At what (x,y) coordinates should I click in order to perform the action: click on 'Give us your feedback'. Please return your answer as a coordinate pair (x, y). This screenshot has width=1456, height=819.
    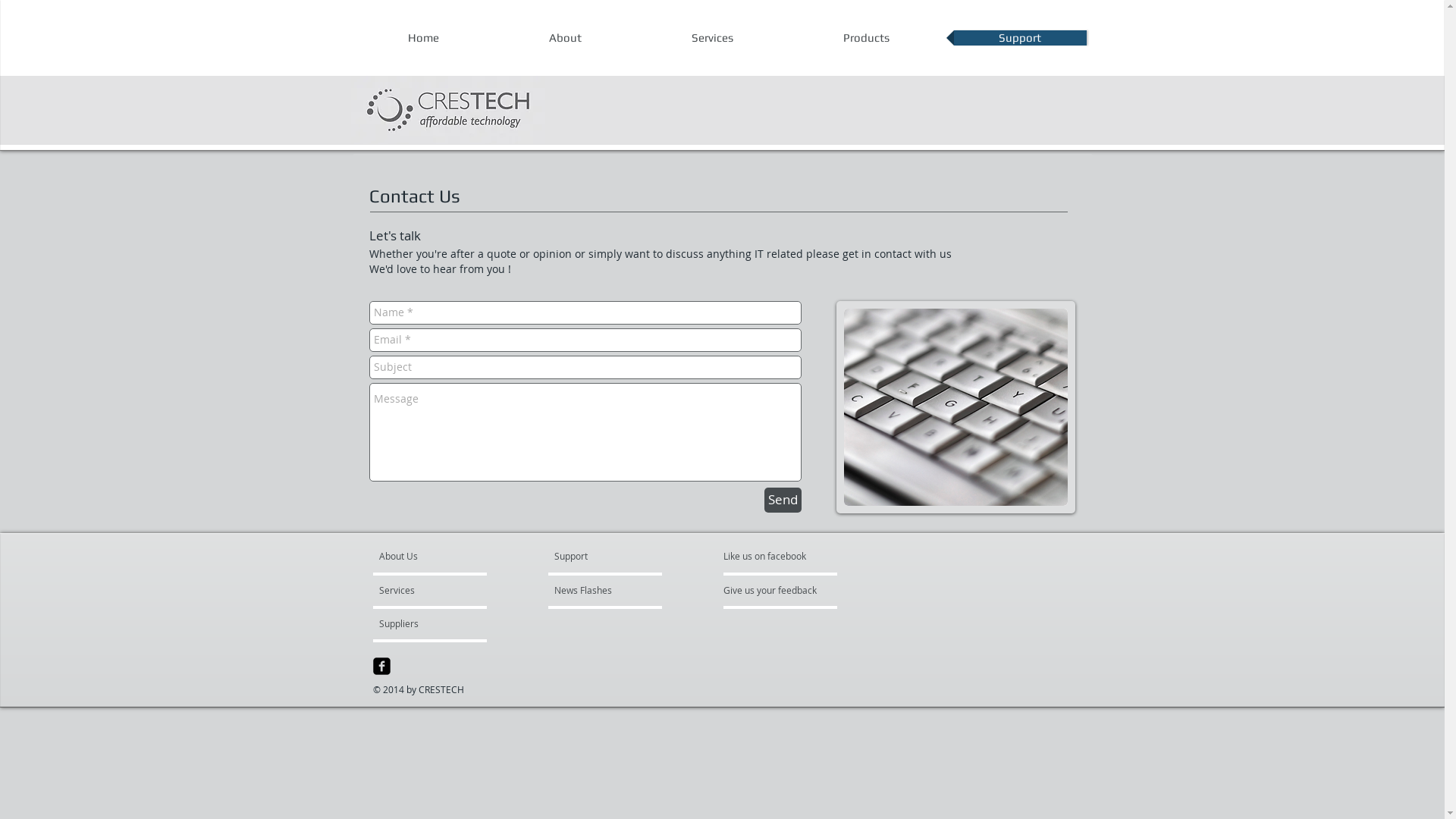
    Looking at the image, I should click on (778, 589).